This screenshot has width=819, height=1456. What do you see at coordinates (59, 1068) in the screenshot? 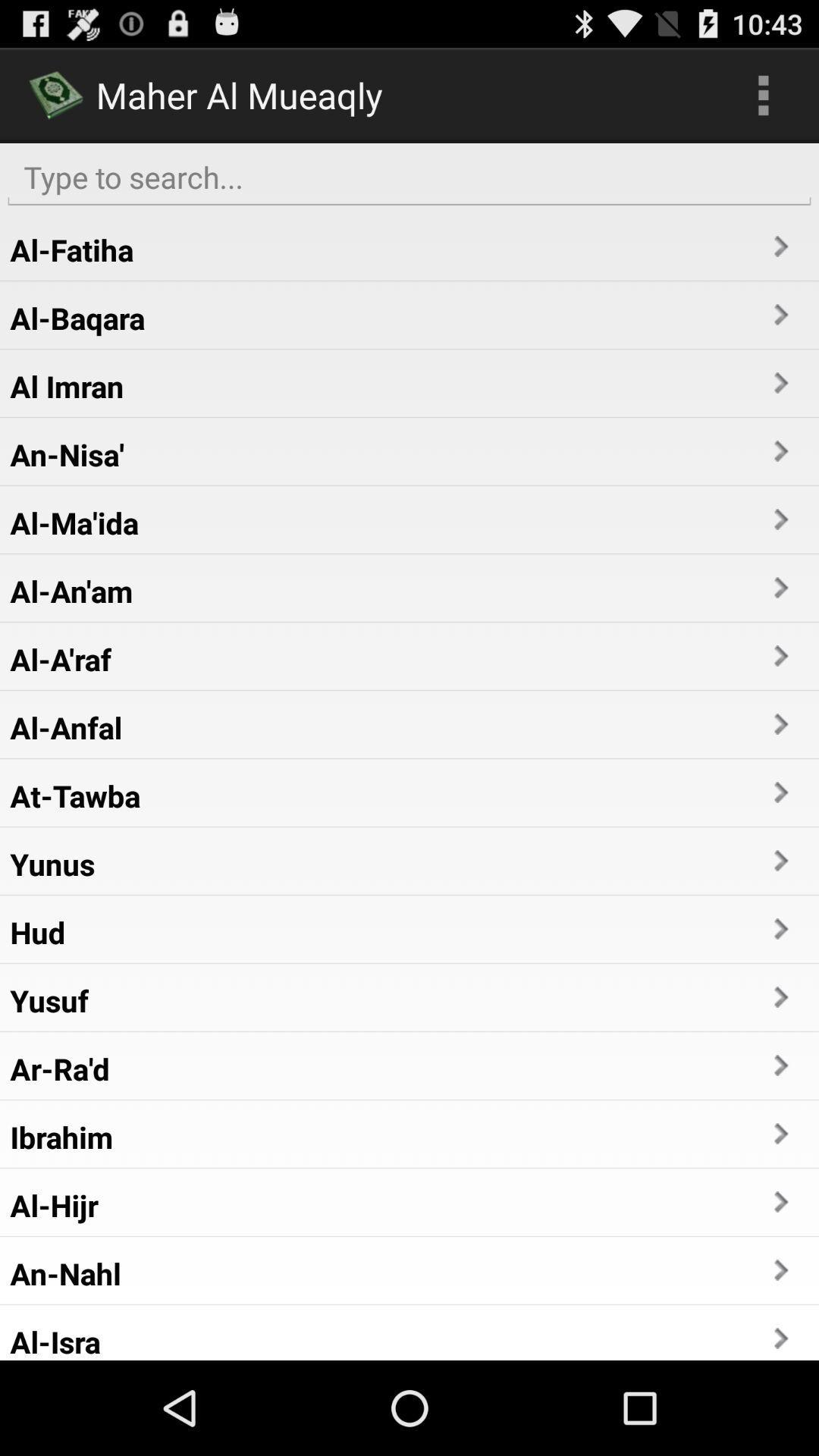
I see `app below yusuf item` at bounding box center [59, 1068].